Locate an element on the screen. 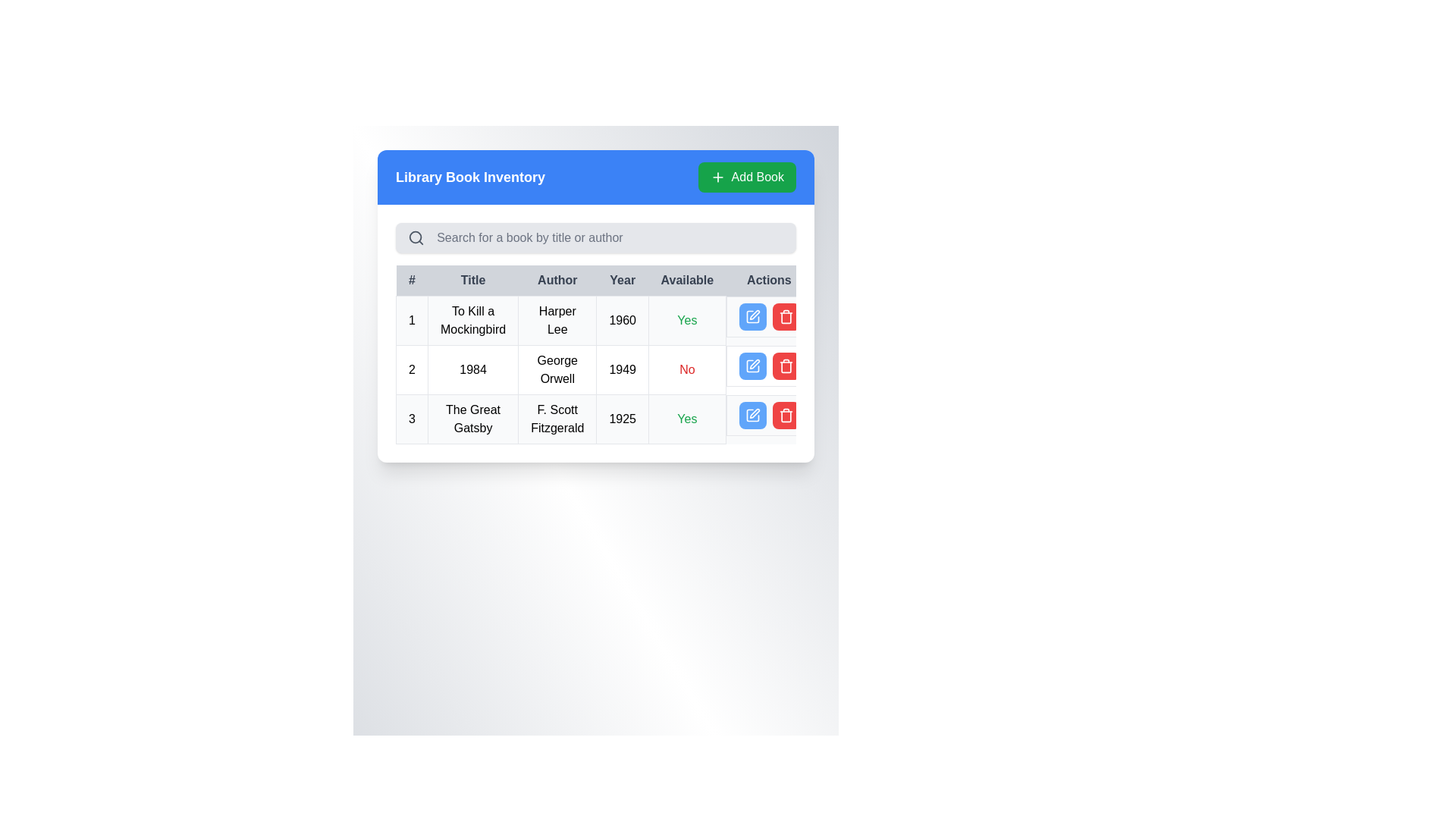  the text indicating the unavailability of the book '1984' in the 'Available' column of the second row is located at coordinates (686, 369).